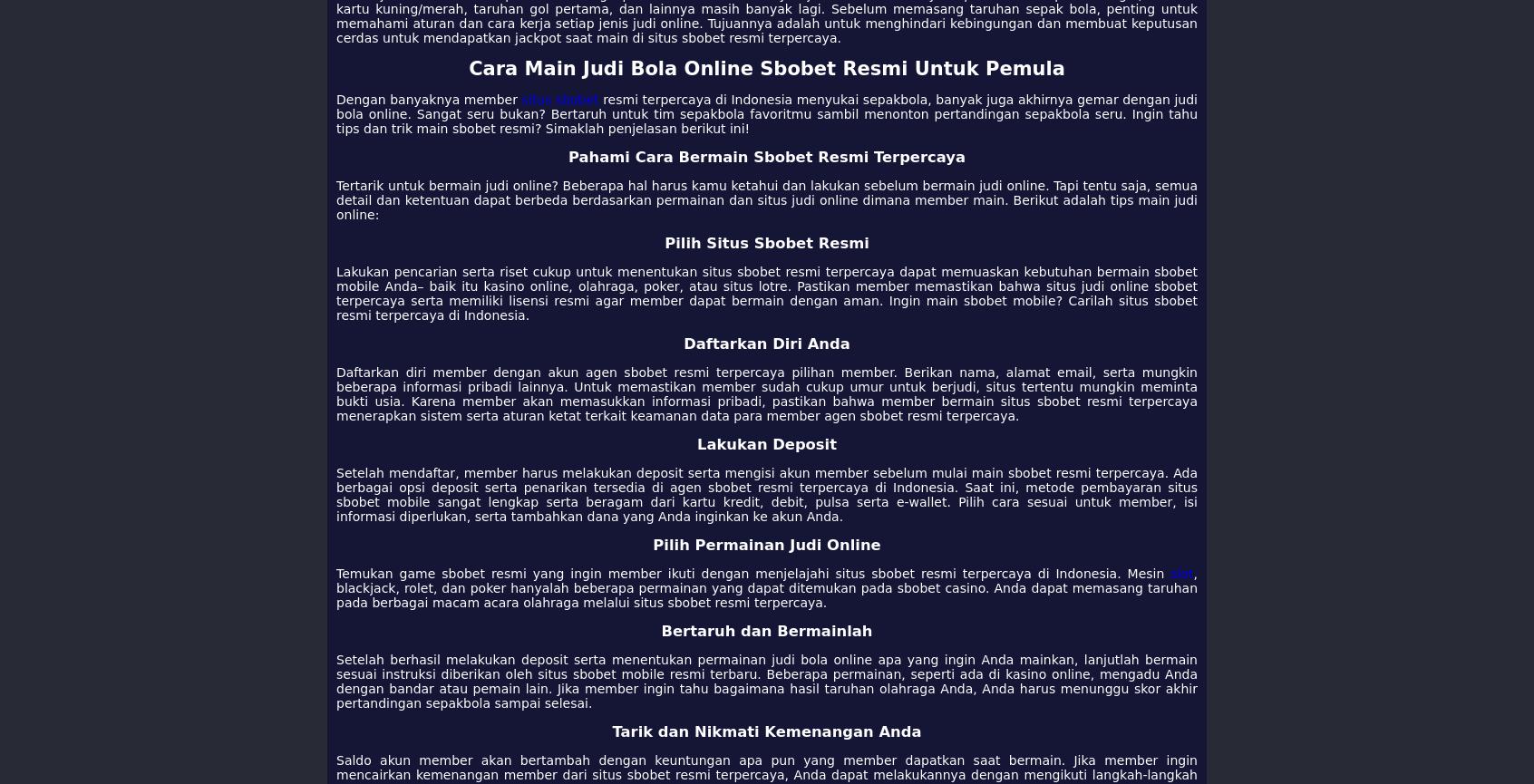  Describe the element at coordinates (766, 242) in the screenshot. I see `'Pilih Situs Sbobet Resmi'` at that location.